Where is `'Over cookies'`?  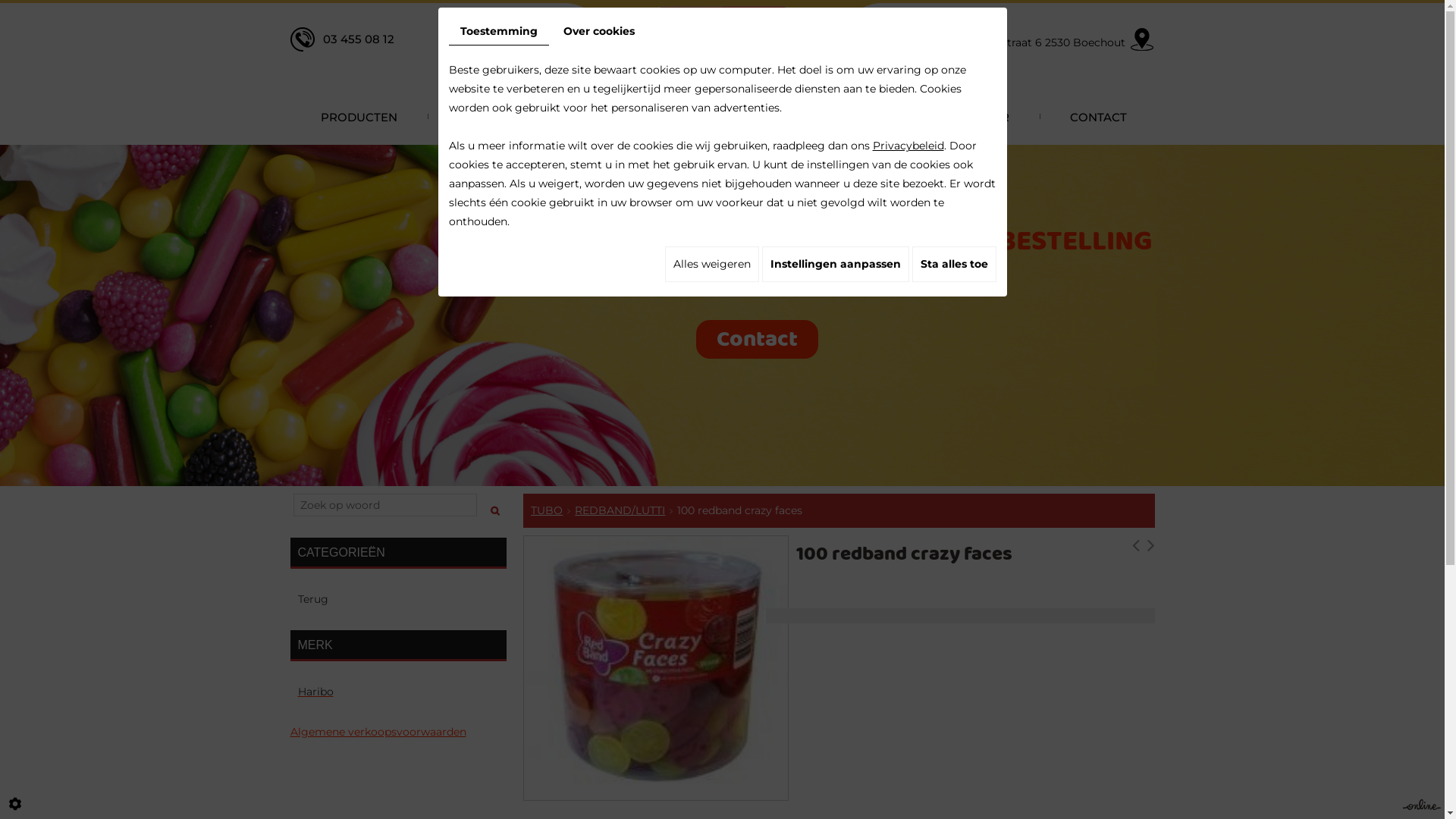
'Over cookies' is located at coordinates (598, 31).